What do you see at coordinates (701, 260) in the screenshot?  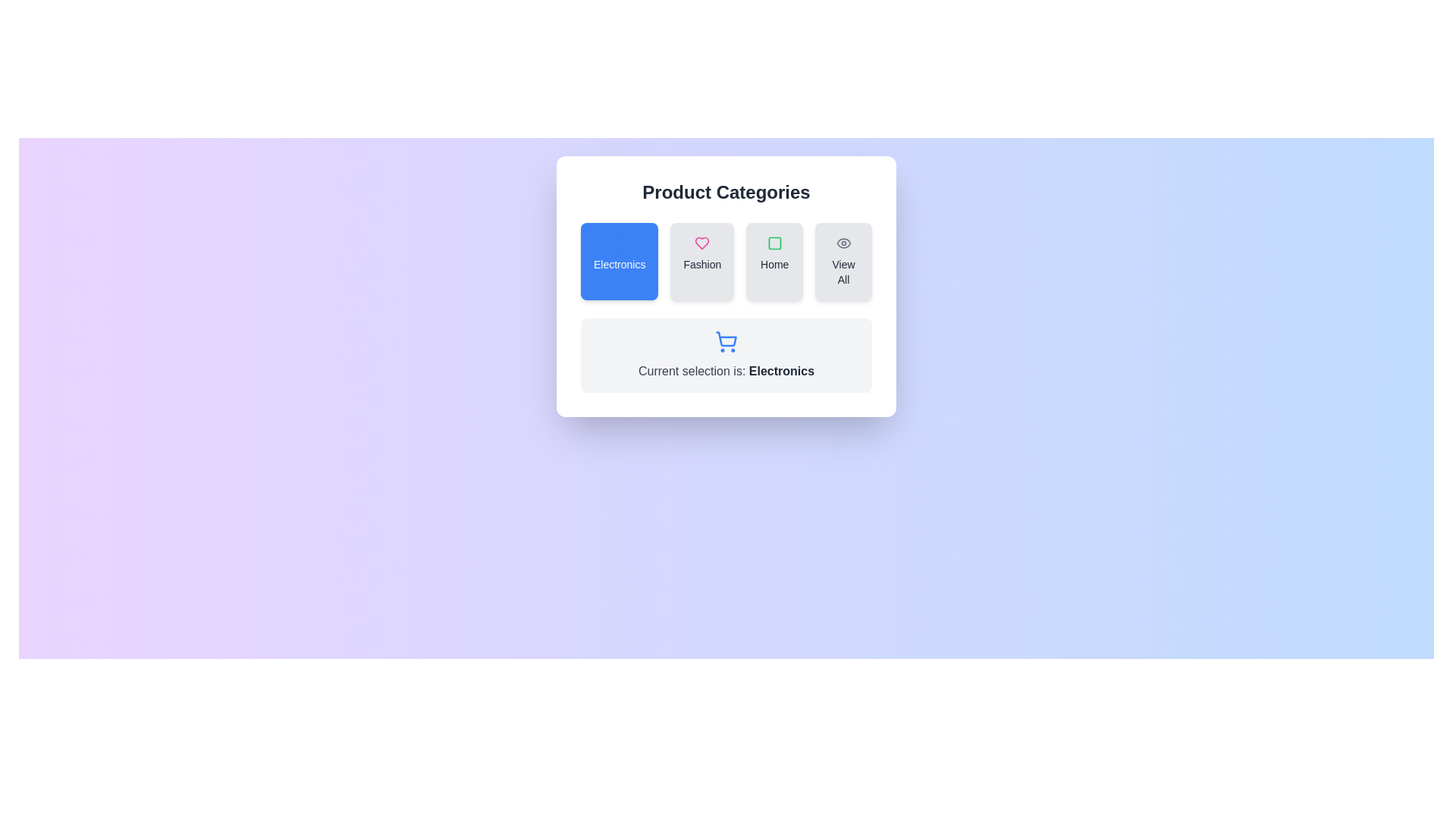 I see `the 'Fashion' category button` at bounding box center [701, 260].